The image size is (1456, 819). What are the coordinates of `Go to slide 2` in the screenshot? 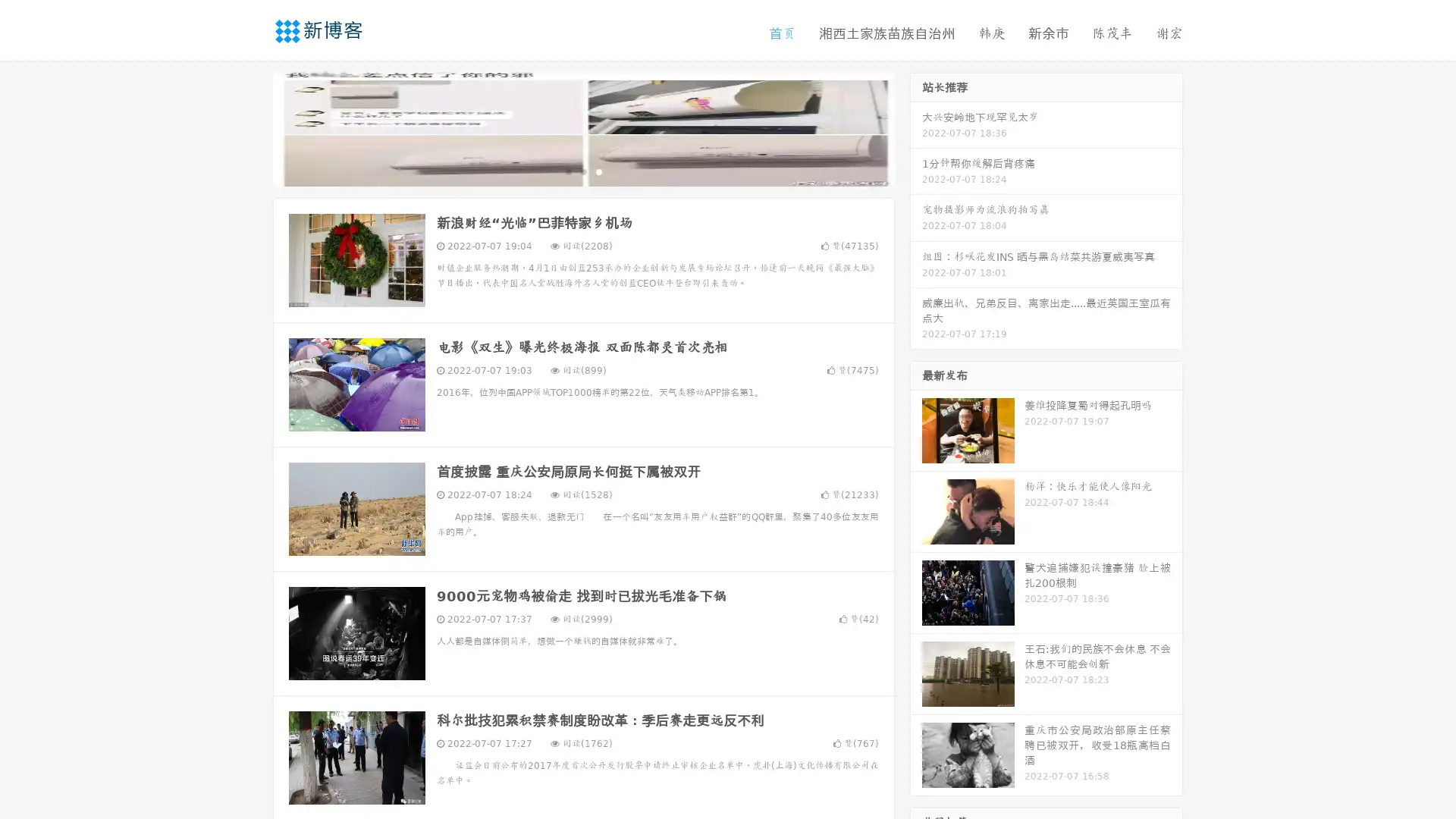 It's located at (582, 171).